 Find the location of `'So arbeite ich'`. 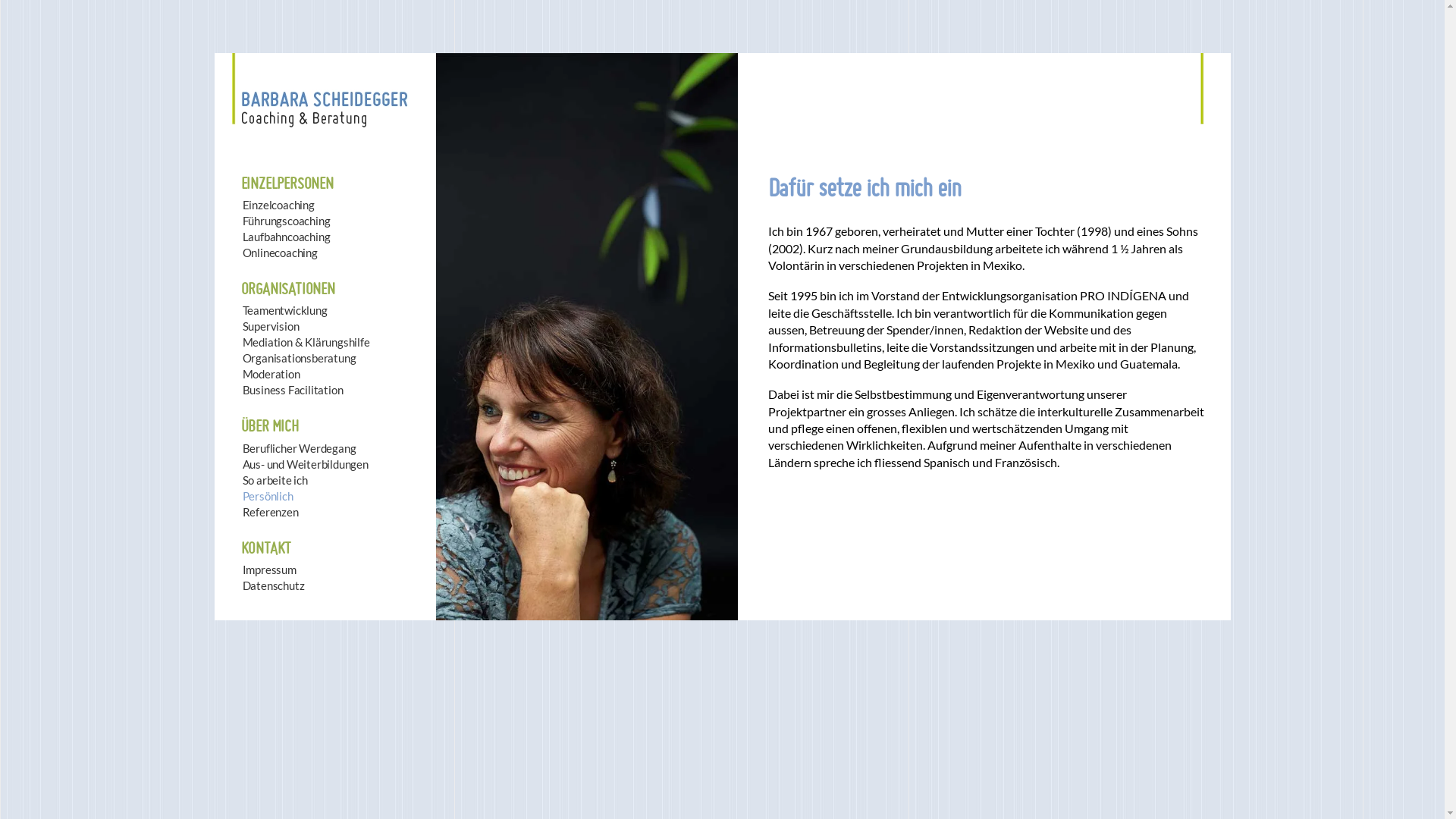

'So arbeite ich' is located at coordinates (243, 480).